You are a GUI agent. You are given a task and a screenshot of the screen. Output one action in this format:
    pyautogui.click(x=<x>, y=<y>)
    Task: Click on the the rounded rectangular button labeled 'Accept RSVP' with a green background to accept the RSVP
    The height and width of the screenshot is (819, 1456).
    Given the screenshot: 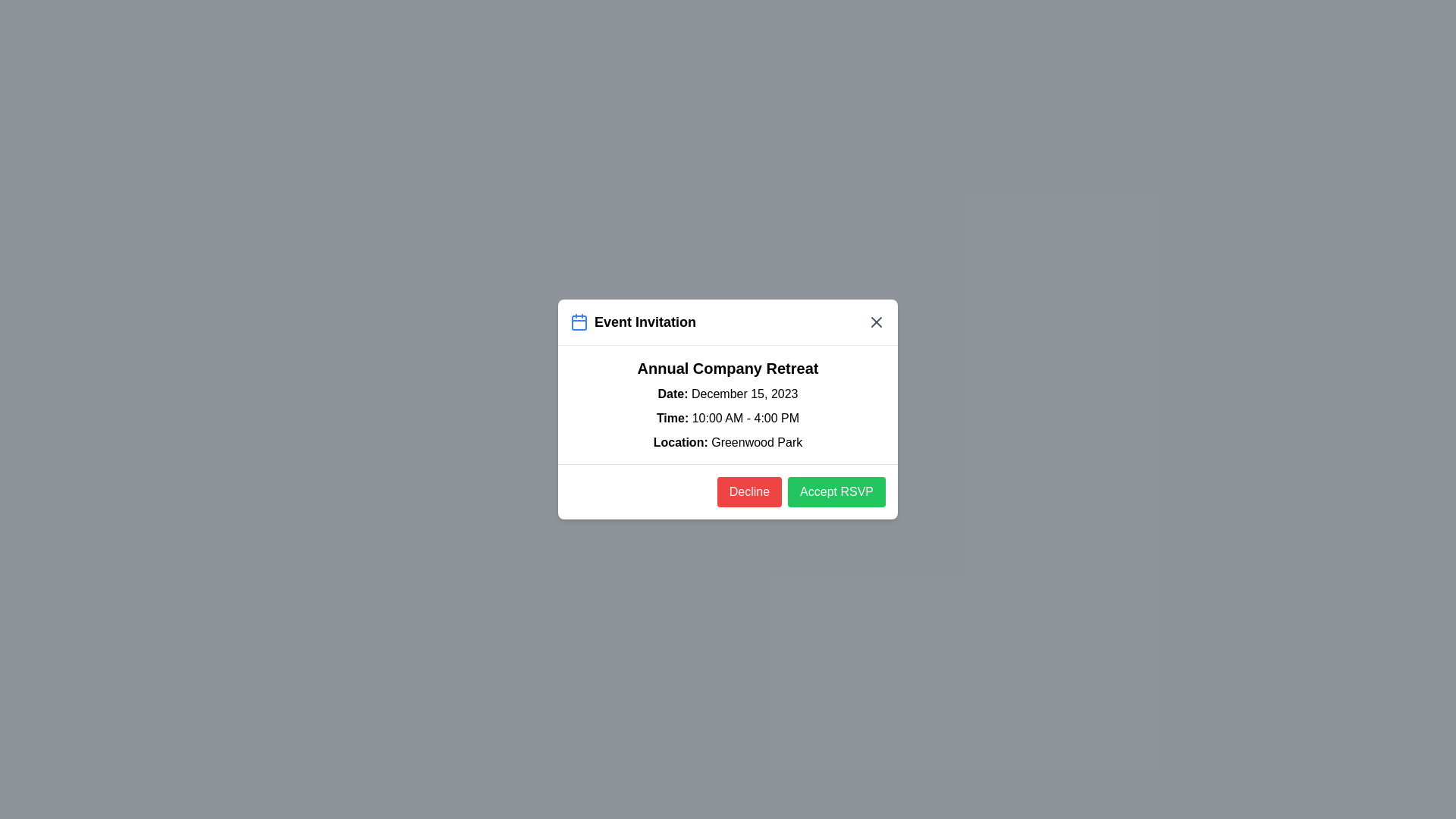 What is the action you would take?
    pyautogui.click(x=836, y=491)
    